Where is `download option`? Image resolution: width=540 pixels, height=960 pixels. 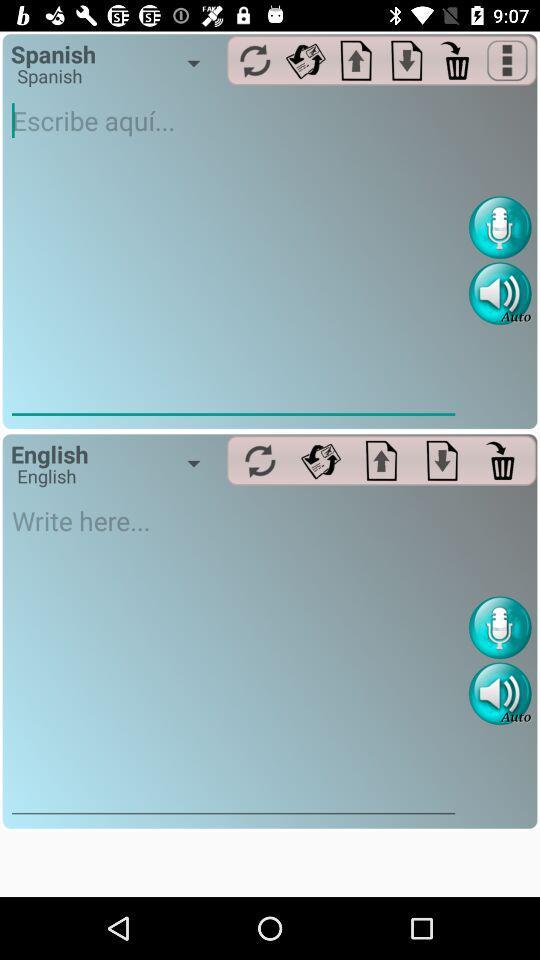 download option is located at coordinates (442, 460).